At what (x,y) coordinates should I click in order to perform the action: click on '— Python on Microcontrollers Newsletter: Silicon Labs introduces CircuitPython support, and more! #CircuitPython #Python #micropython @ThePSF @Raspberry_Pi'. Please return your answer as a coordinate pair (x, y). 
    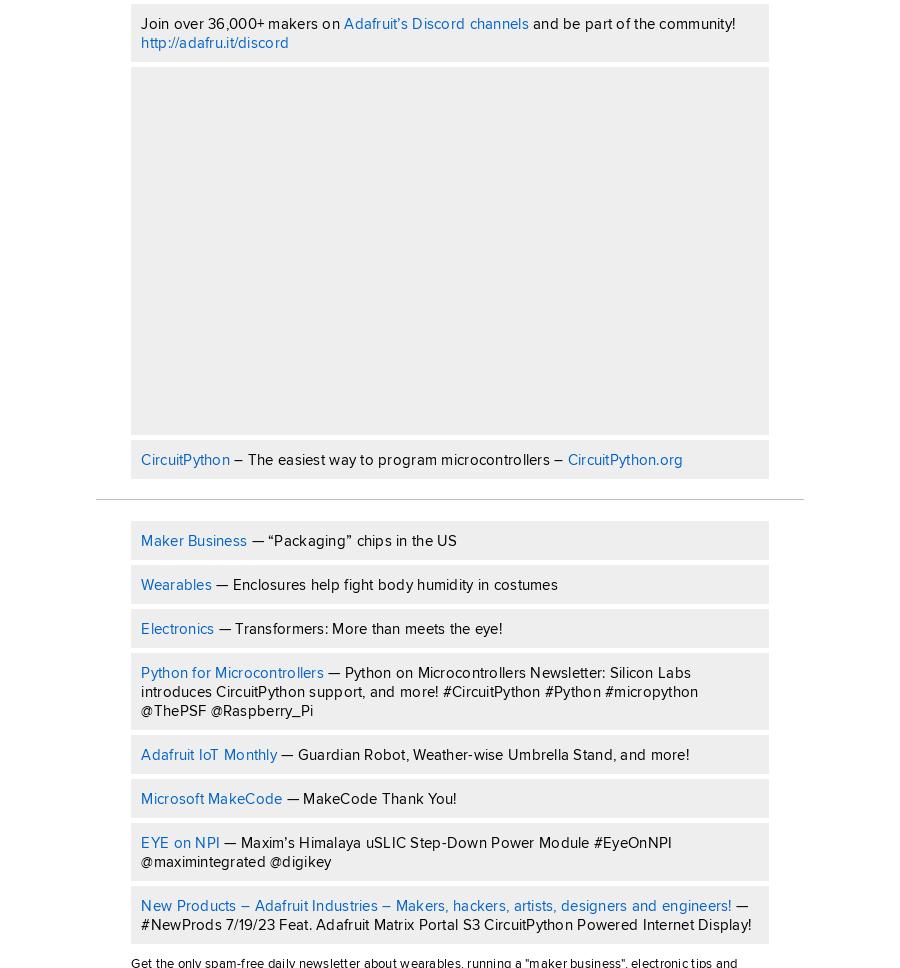
    Looking at the image, I should click on (419, 689).